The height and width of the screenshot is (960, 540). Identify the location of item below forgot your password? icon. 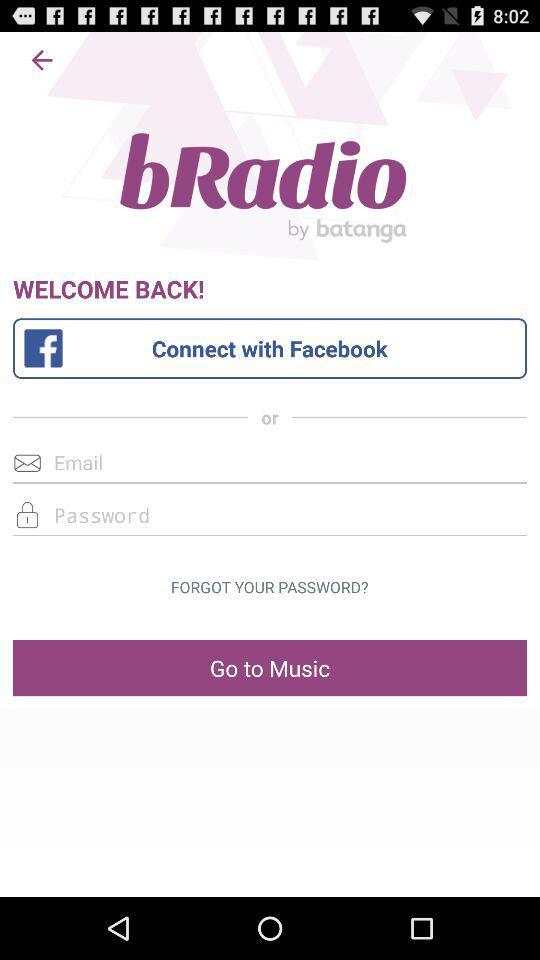
(270, 668).